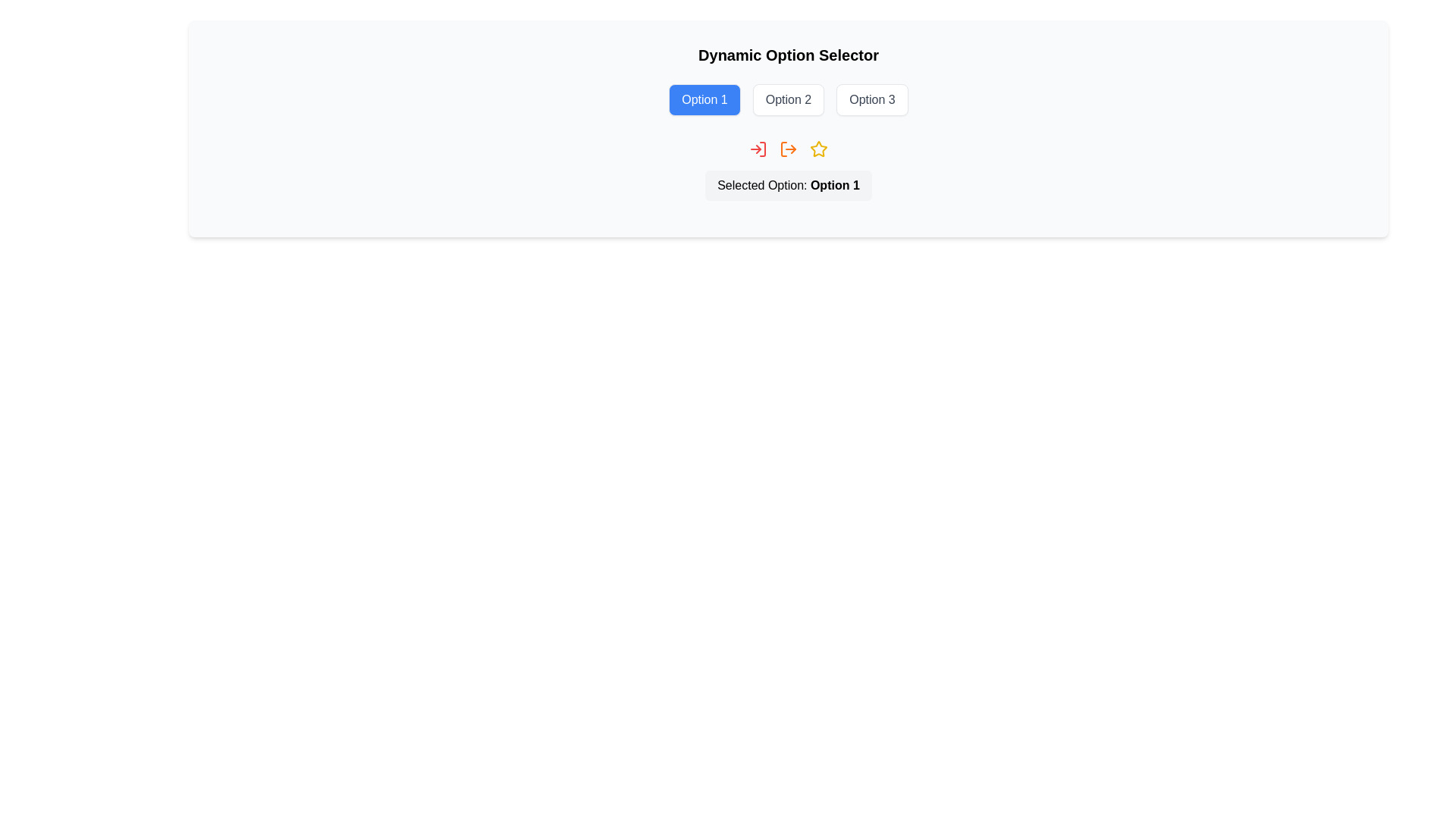  What do you see at coordinates (834, 184) in the screenshot?
I see `the text label displaying 'Option 1', which is part of the message 'Selected Option: Option 1', aligned to the right and emphasized in bold` at bounding box center [834, 184].